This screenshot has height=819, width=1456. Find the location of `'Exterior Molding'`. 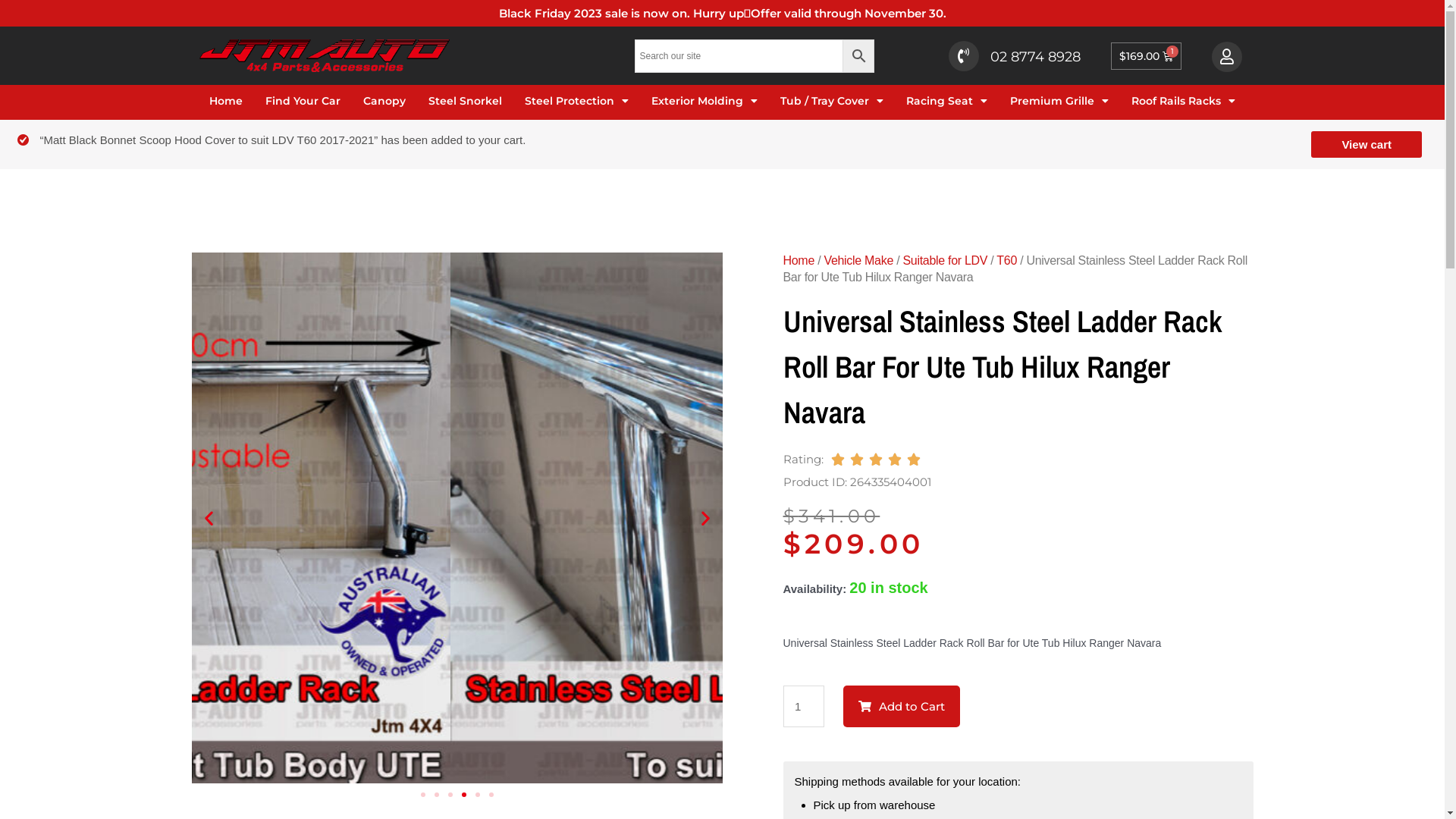

'Exterior Molding' is located at coordinates (651, 101).